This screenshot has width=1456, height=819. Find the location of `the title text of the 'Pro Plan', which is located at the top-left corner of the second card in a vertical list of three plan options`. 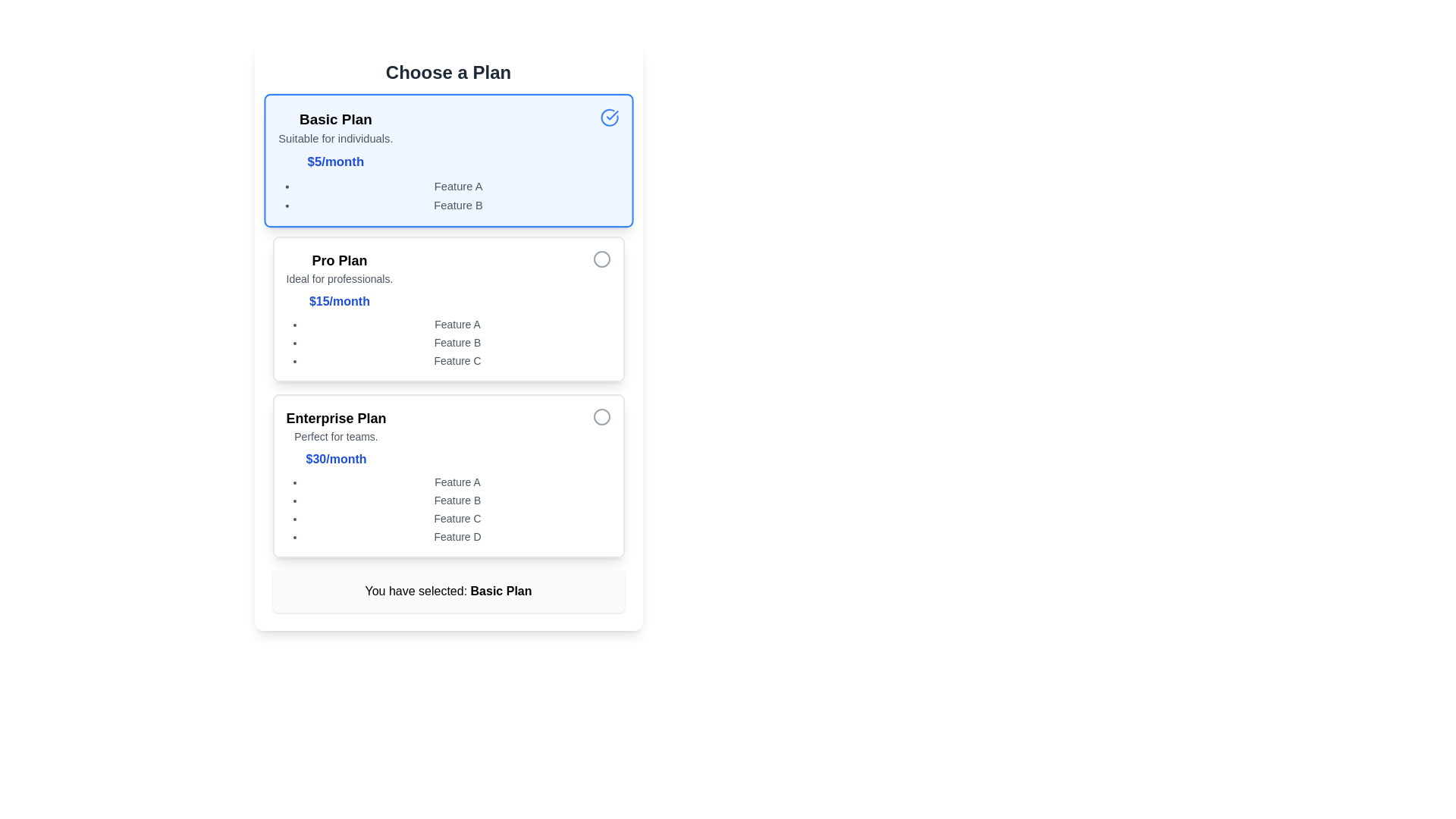

the title text of the 'Pro Plan', which is located at the top-left corner of the second card in a vertical list of three plan options is located at coordinates (338, 259).